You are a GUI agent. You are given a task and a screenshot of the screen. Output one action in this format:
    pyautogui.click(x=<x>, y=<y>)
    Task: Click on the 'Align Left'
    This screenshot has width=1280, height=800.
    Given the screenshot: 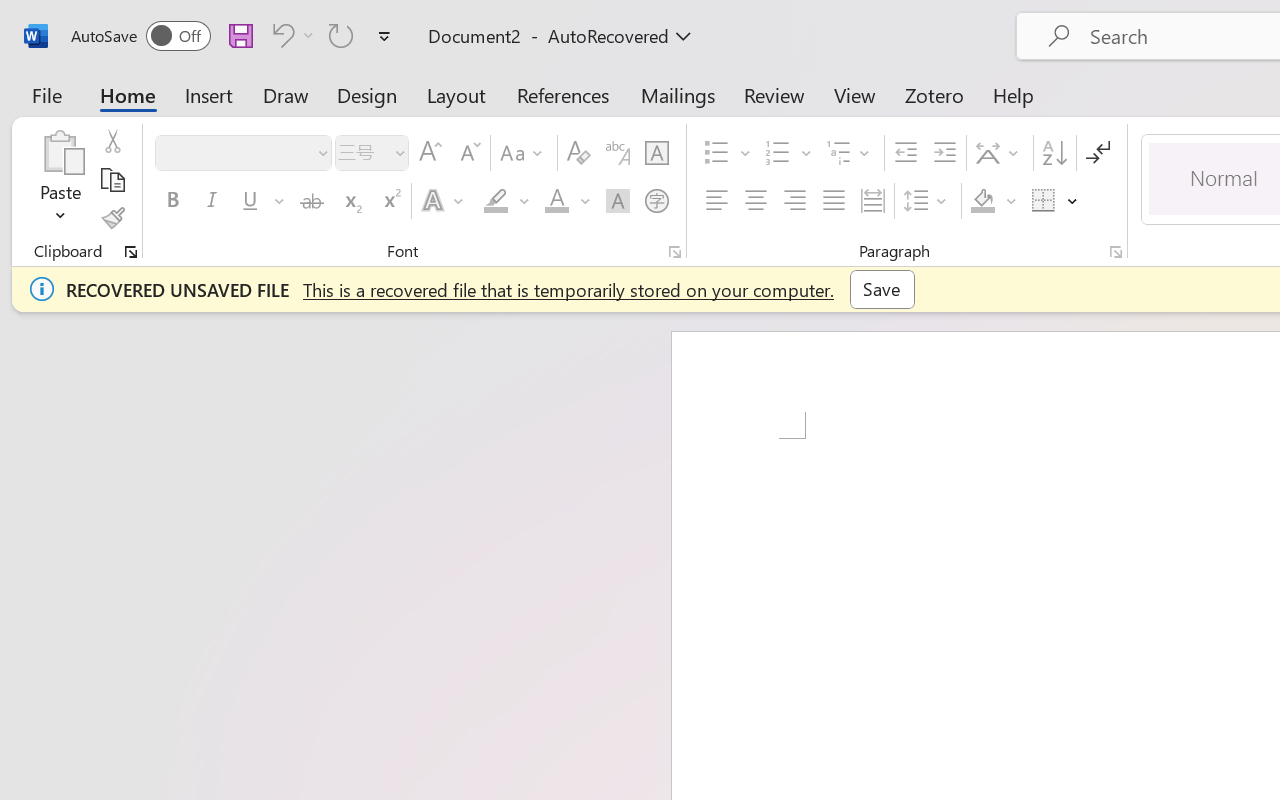 What is the action you would take?
    pyautogui.click(x=716, y=201)
    